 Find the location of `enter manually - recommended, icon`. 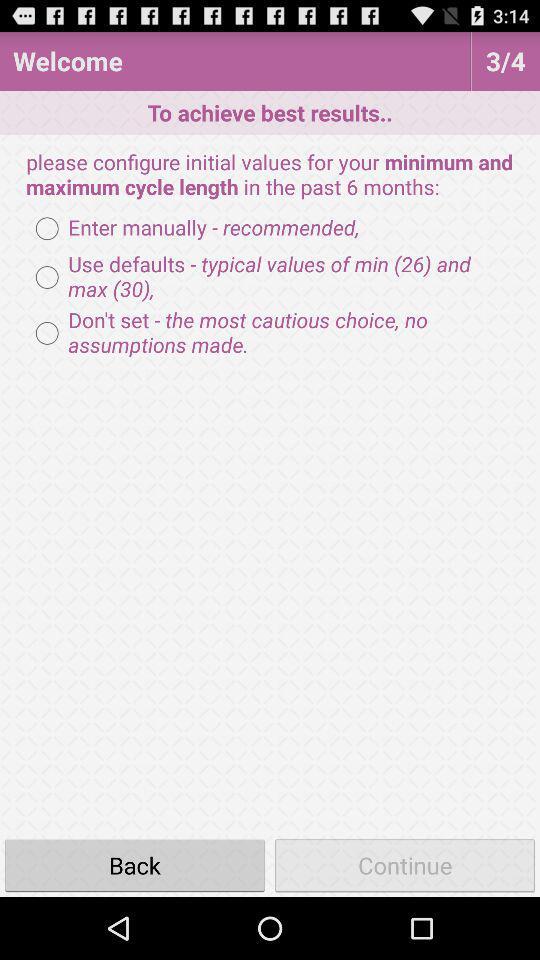

enter manually - recommended, icon is located at coordinates (192, 228).